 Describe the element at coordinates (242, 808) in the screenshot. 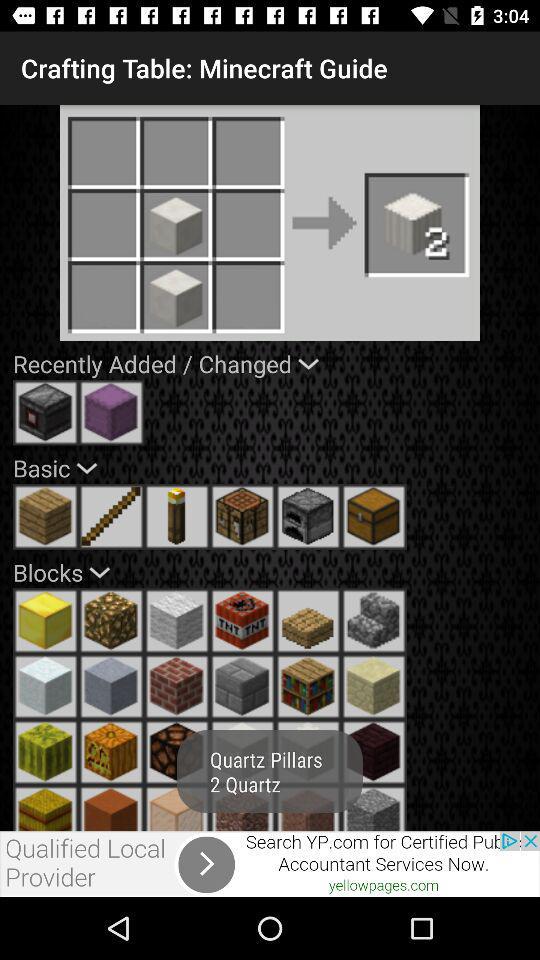

I see `item in item list` at that location.